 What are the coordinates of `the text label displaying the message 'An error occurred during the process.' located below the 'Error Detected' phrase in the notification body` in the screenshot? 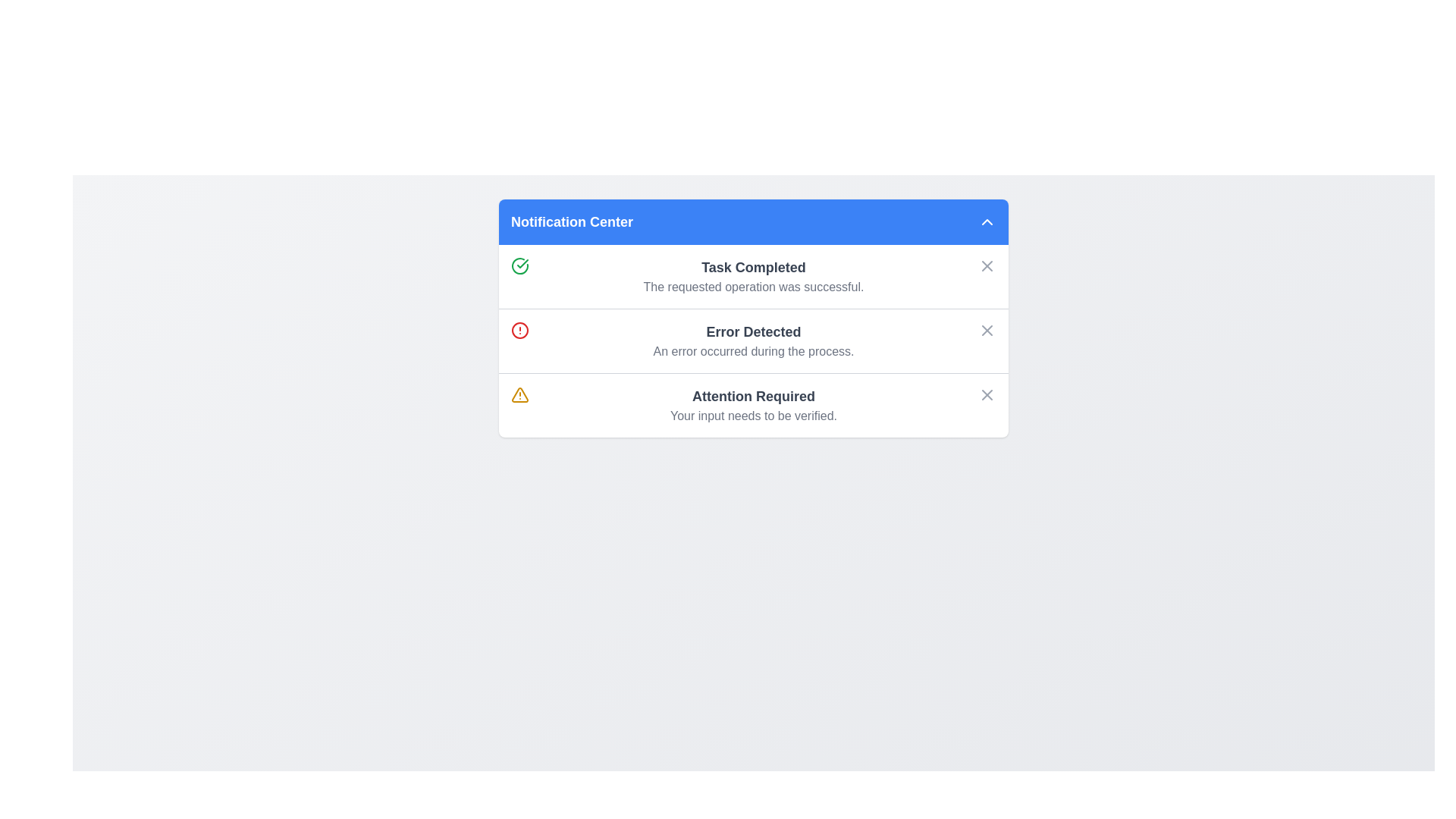 It's located at (753, 351).